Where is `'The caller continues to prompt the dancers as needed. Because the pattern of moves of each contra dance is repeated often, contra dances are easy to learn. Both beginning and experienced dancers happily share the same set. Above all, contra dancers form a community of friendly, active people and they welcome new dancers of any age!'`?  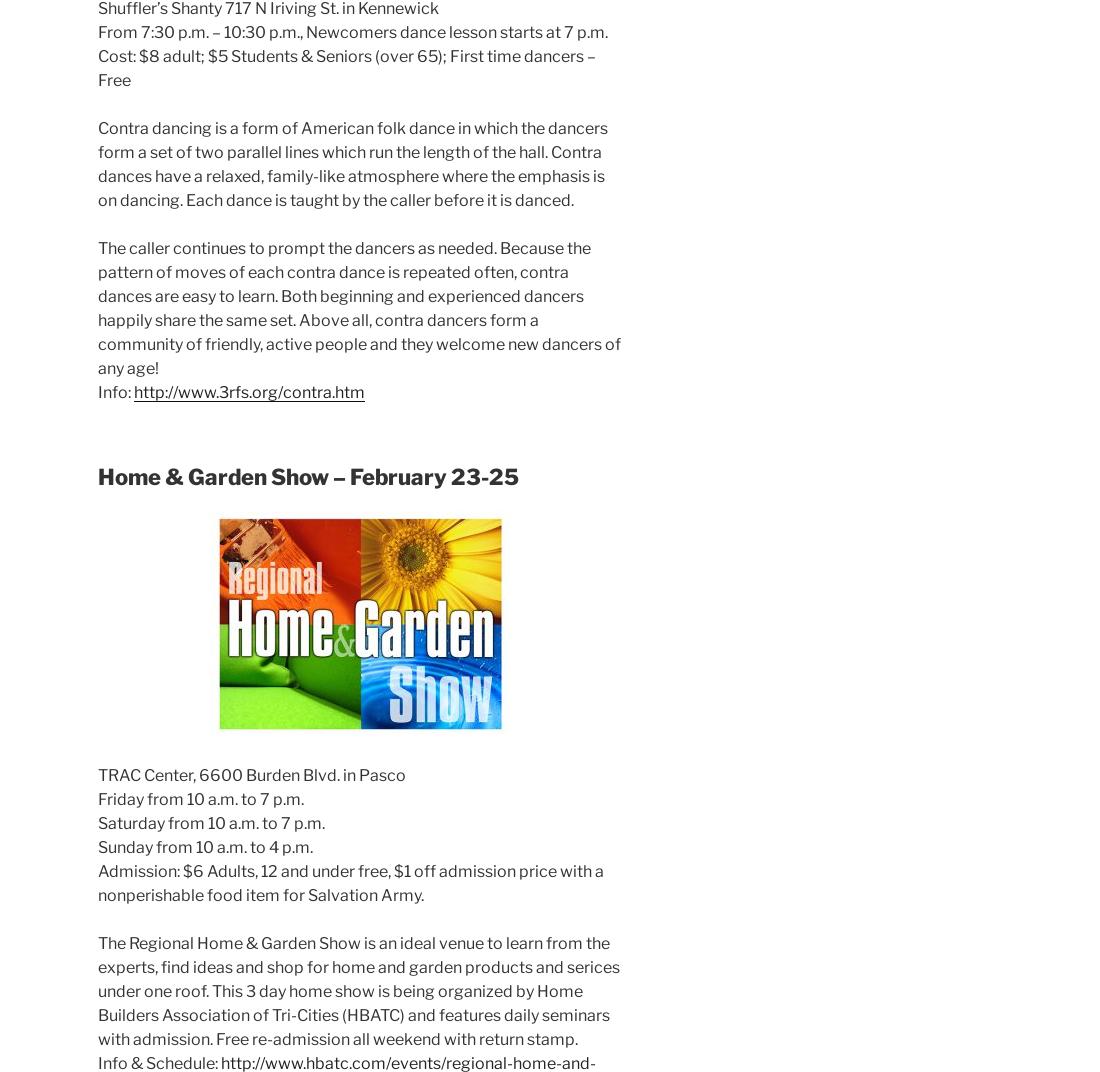 'The caller continues to prompt the dancers as needed. Because the pattern of moves of each contra dance is repeated often, contra dances are easy to learn. Both beginning and experienced dancers happily share the same set. Above all, contra dancers form a community of friendly, active people and they welcome new dancers of any age!' is located at coordinates (359, 307).